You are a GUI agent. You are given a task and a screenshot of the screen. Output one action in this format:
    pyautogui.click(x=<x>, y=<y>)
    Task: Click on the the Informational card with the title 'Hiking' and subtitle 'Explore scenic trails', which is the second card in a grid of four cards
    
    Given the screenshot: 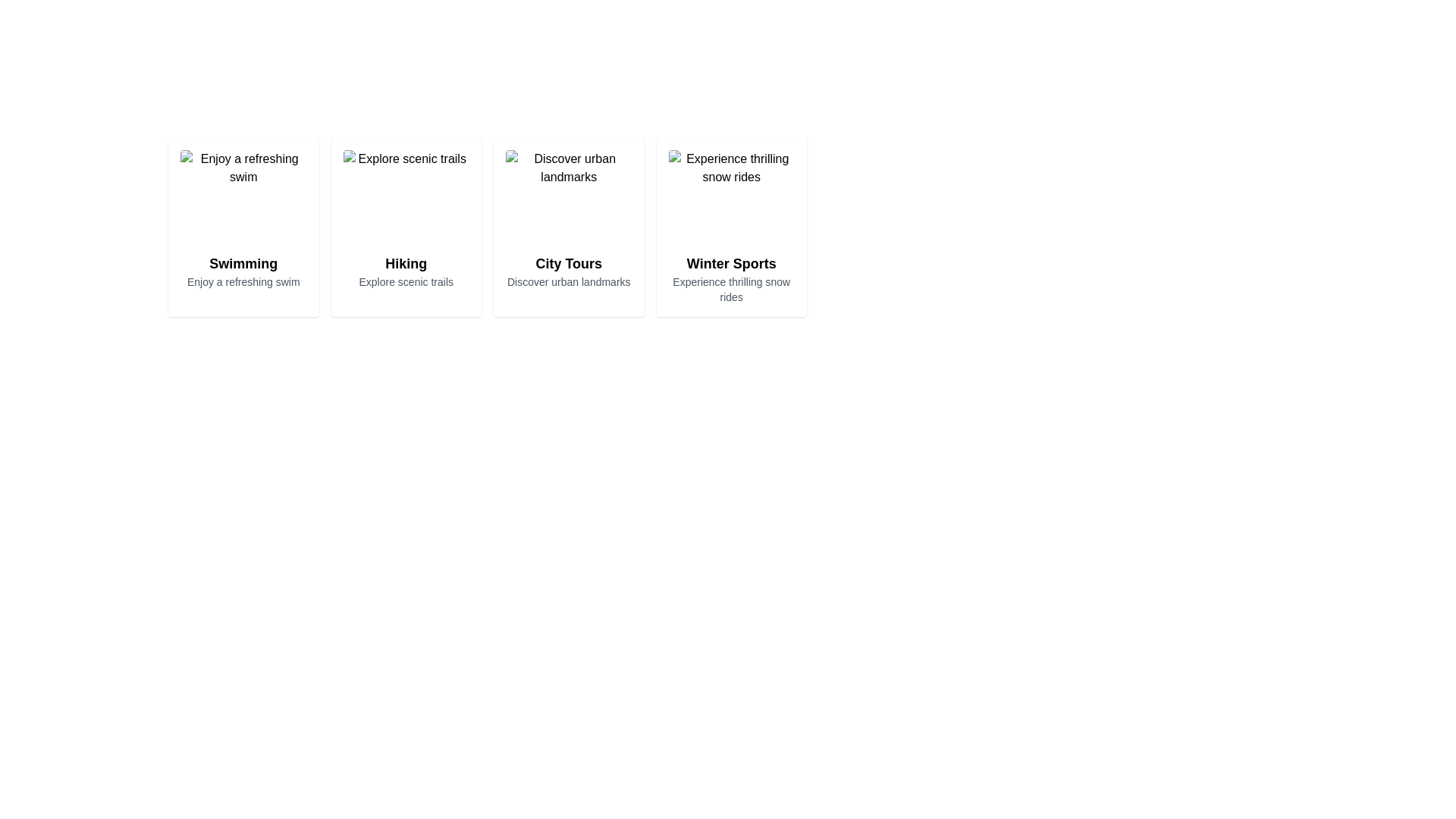 What is the action you would take?
    pyautogui.click(x=406, y=227)
    